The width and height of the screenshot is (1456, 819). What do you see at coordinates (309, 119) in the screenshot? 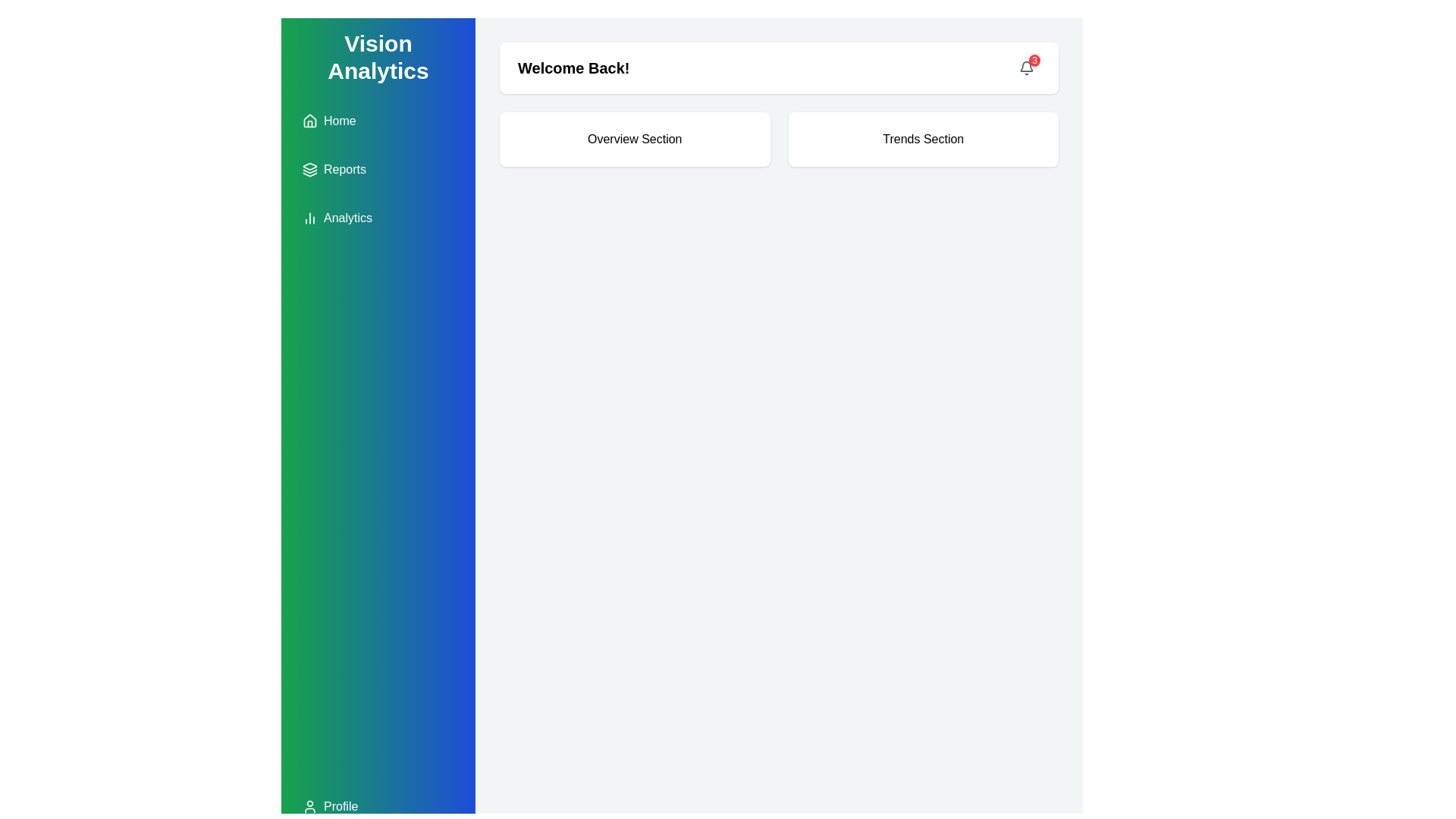
I see `the 'Home' icon located on the left-hand green and blue vertical sidebar, which is the first icon in the vertical list and is positioned next to the label 'Home'` at bounding box center [309, 119].